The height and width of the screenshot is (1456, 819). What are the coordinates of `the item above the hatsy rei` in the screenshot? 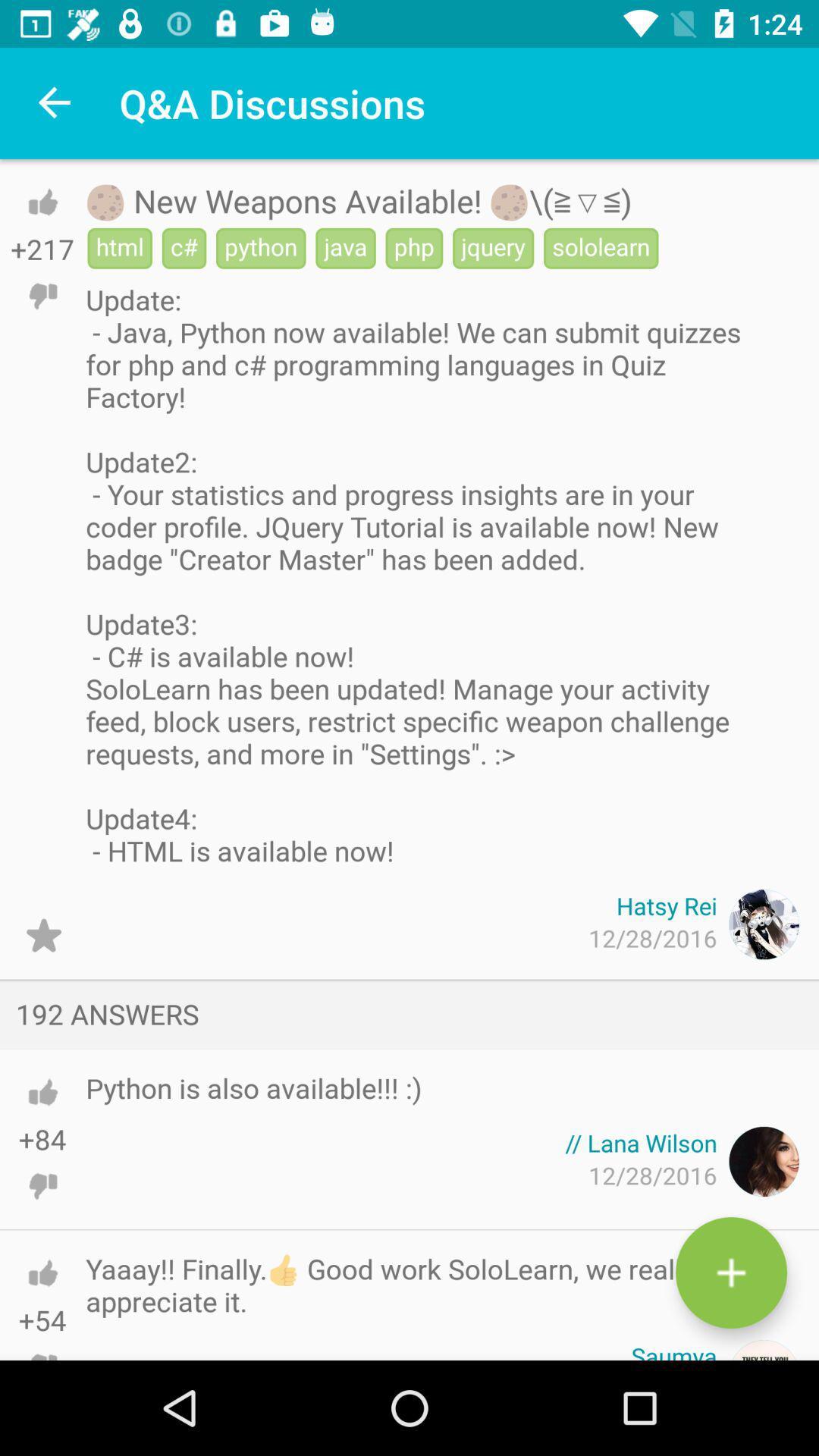 It's located at (416, 574).